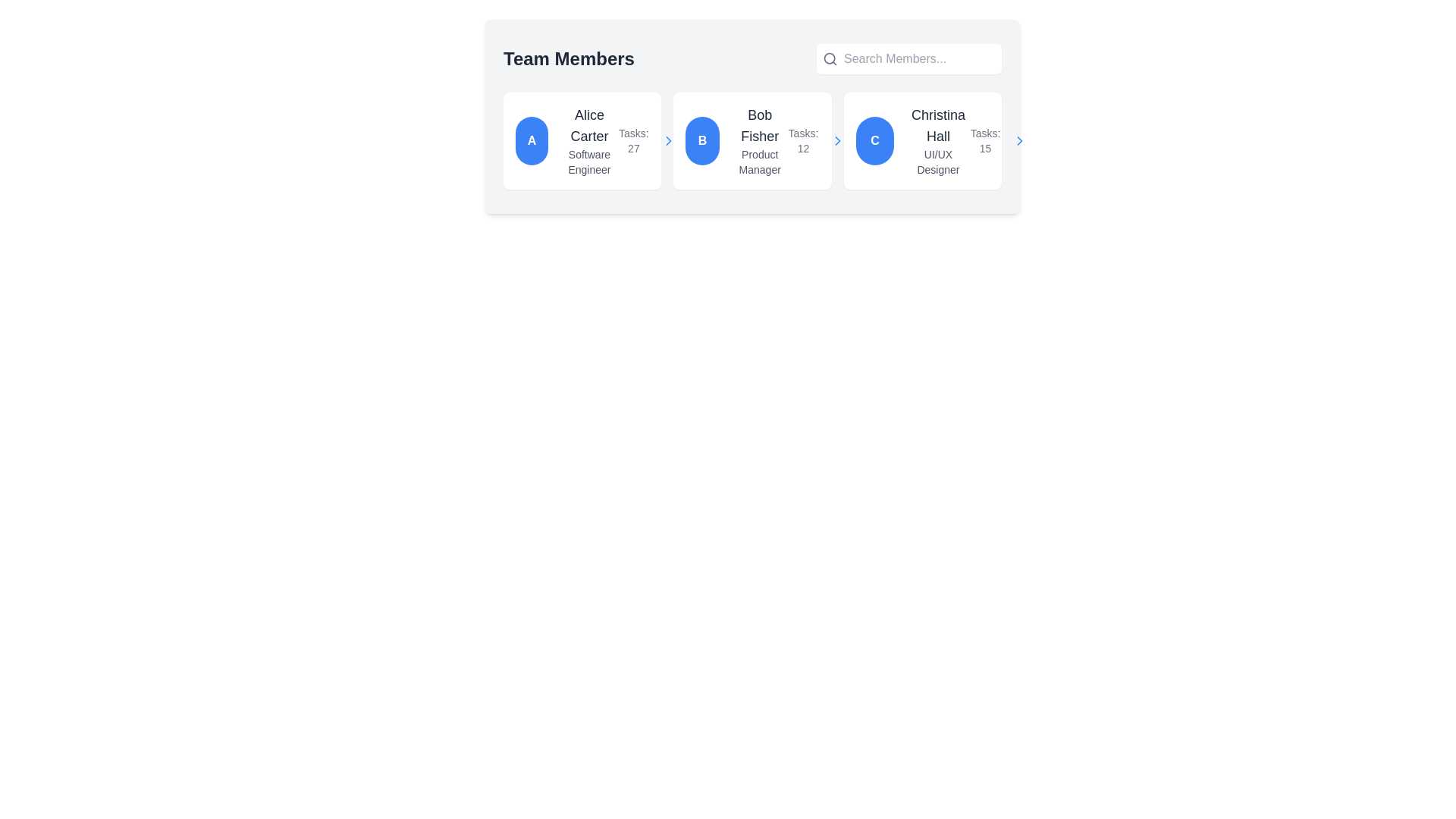 This screenshot has width=1456, height=819. I want to click on the 'Product Manager' text label indicating Bob Fisher's job title, which is positioned centrally in the second profile card of the 'Team Members' interface, so click(760, 162).